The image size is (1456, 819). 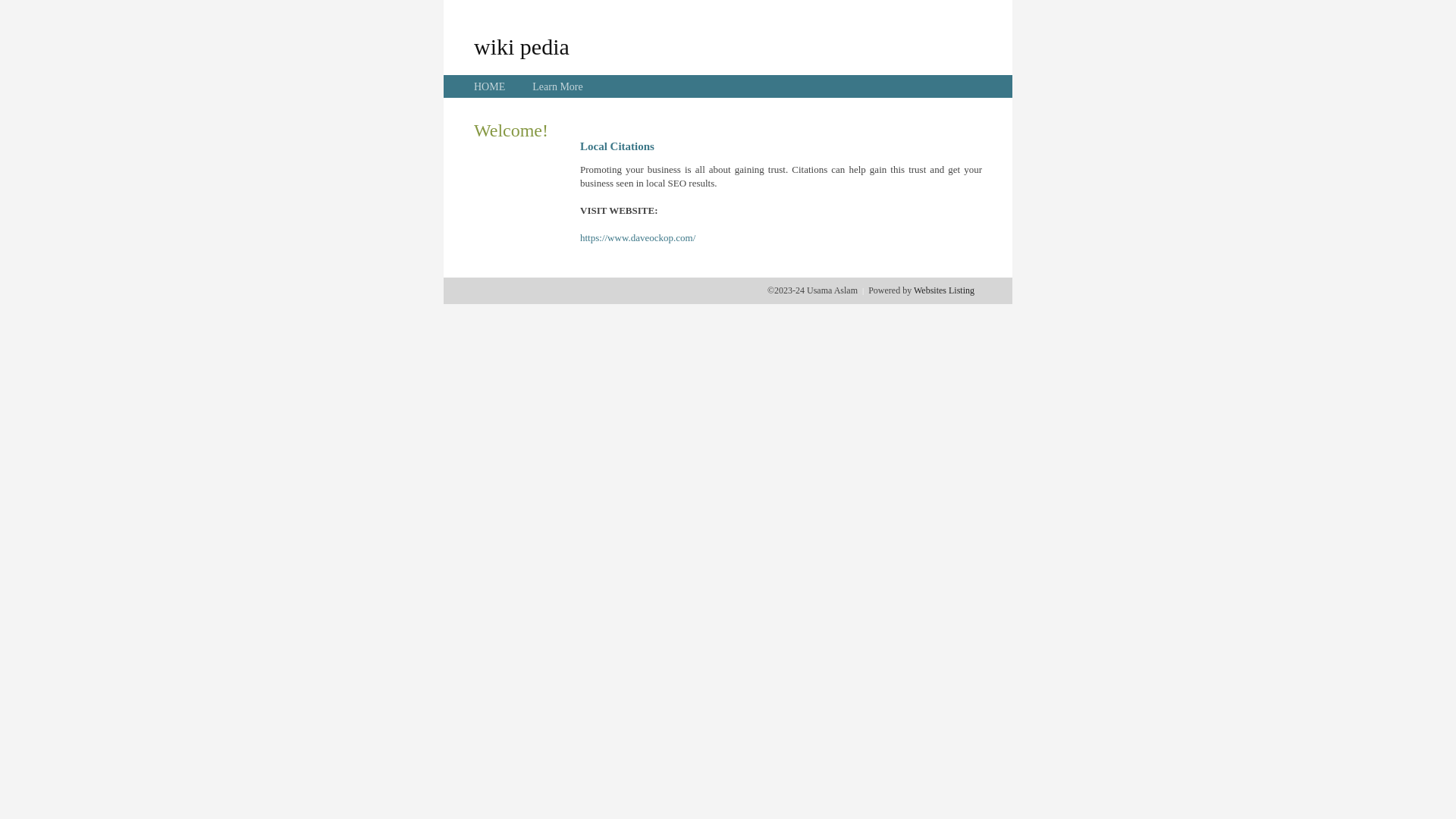 What do you see at coordinates (521, 45) in the screenshot?
I see `'wiki pedia'` at bounding box center [521, 45].